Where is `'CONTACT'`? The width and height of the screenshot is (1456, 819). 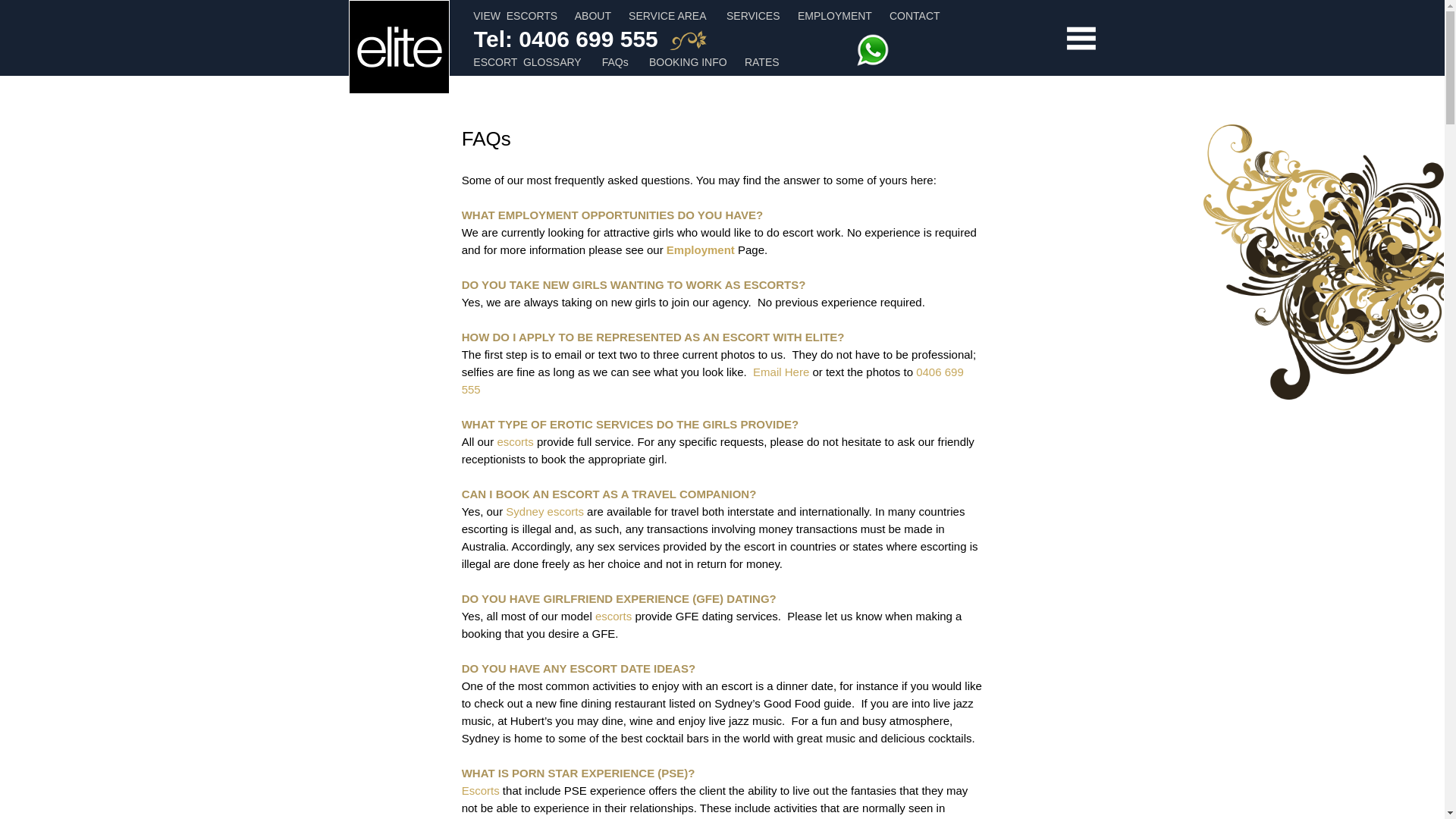
'CONTACT' is located at coordinates (914, 15).